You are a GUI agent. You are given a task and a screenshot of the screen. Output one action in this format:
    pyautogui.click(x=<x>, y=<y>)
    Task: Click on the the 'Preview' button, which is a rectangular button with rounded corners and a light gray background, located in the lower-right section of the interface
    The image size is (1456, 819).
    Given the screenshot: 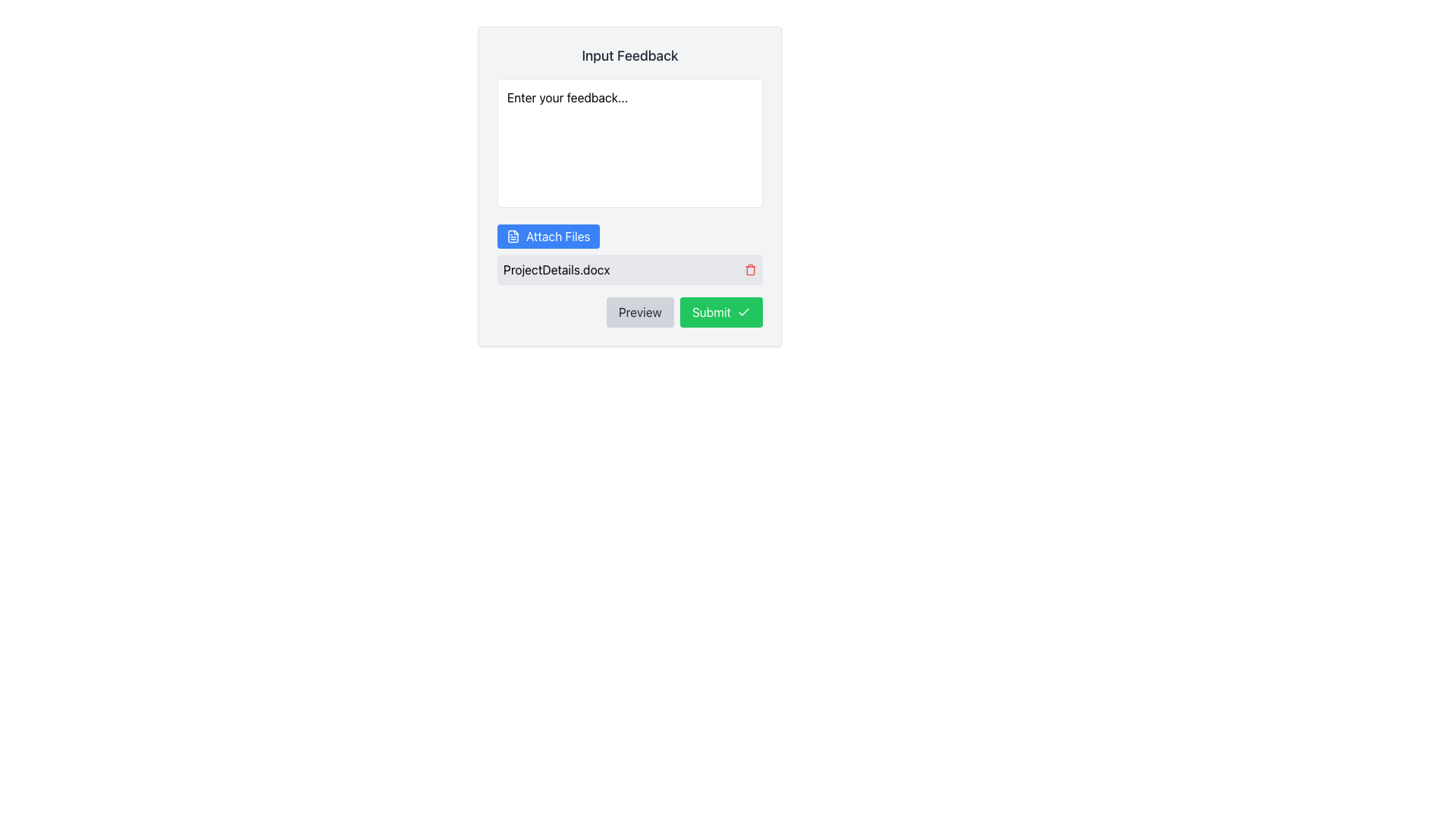 What is the action you would take?
    pyautogui.click(x=640, y=312)
    